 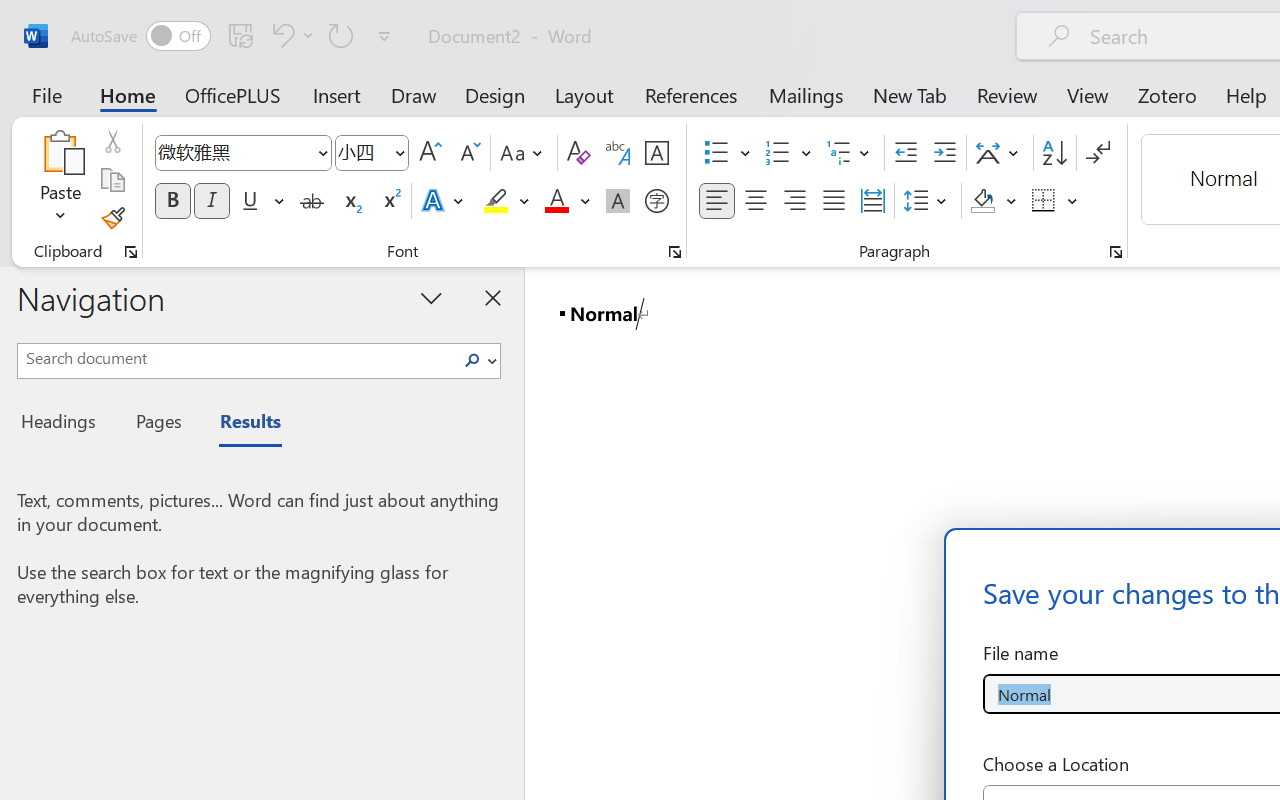 What do you see at coordinates (172, 201) in the screenshot?
I see `'Bold'` at bounding box center [172, 201].